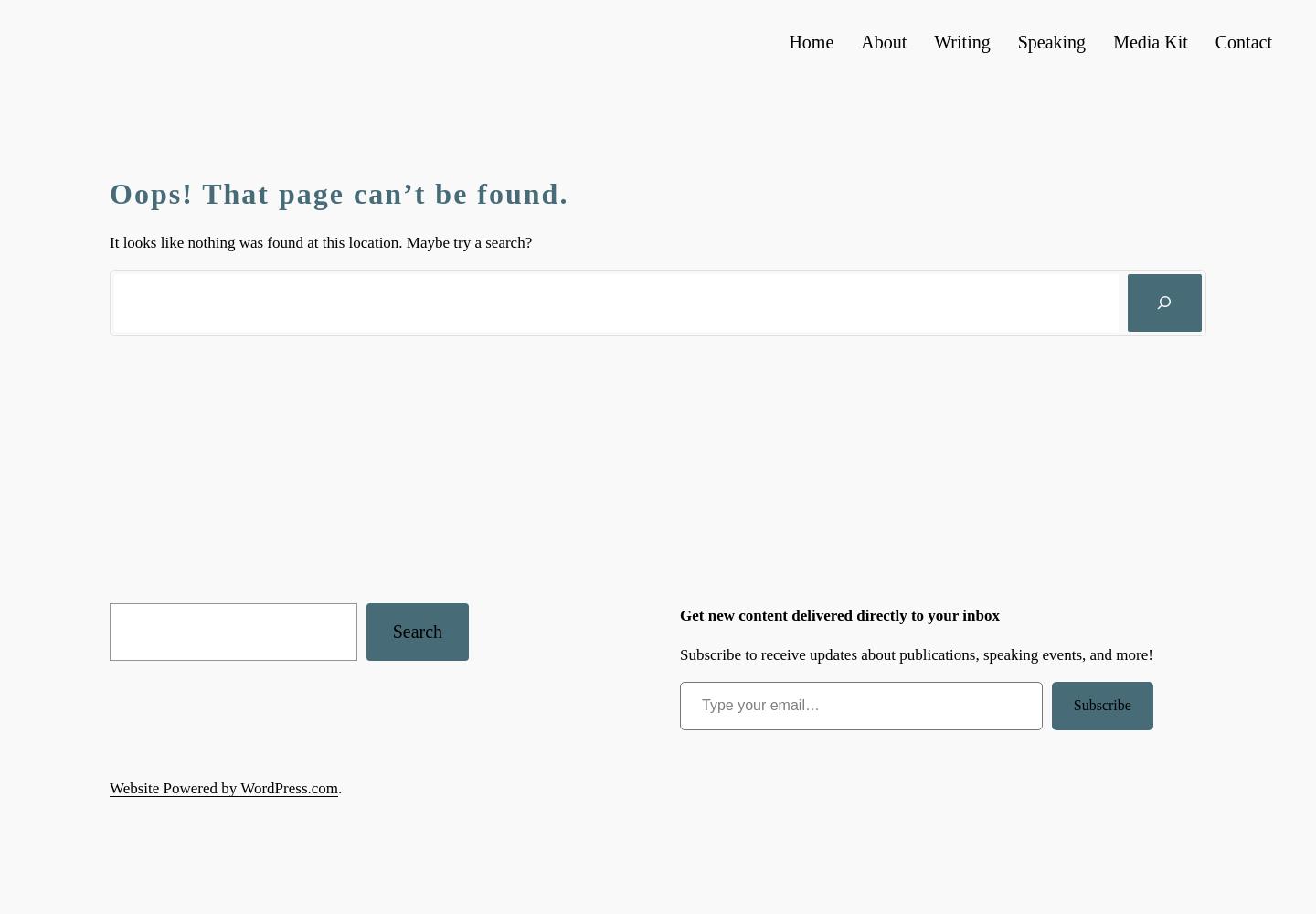  Describe the element at coordinates (1242, 42) in the screenshot. I see `'Contact'` at that location.